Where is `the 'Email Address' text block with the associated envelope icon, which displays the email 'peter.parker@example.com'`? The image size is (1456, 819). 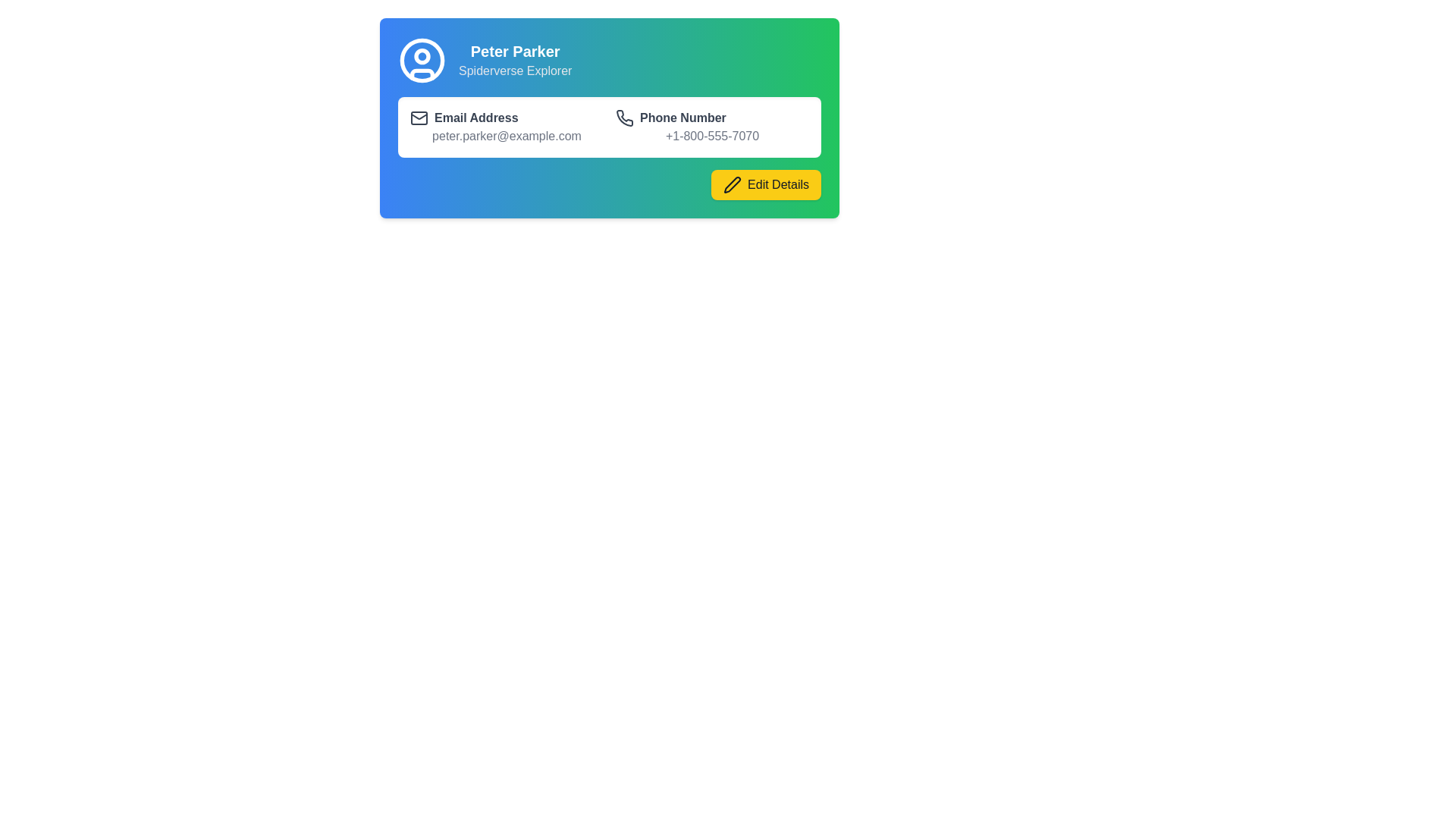 the 'Email Address' text block with the associated envelope icon, which displays the email 'peter.parker@example.com' is located at coordinates (507, 127).